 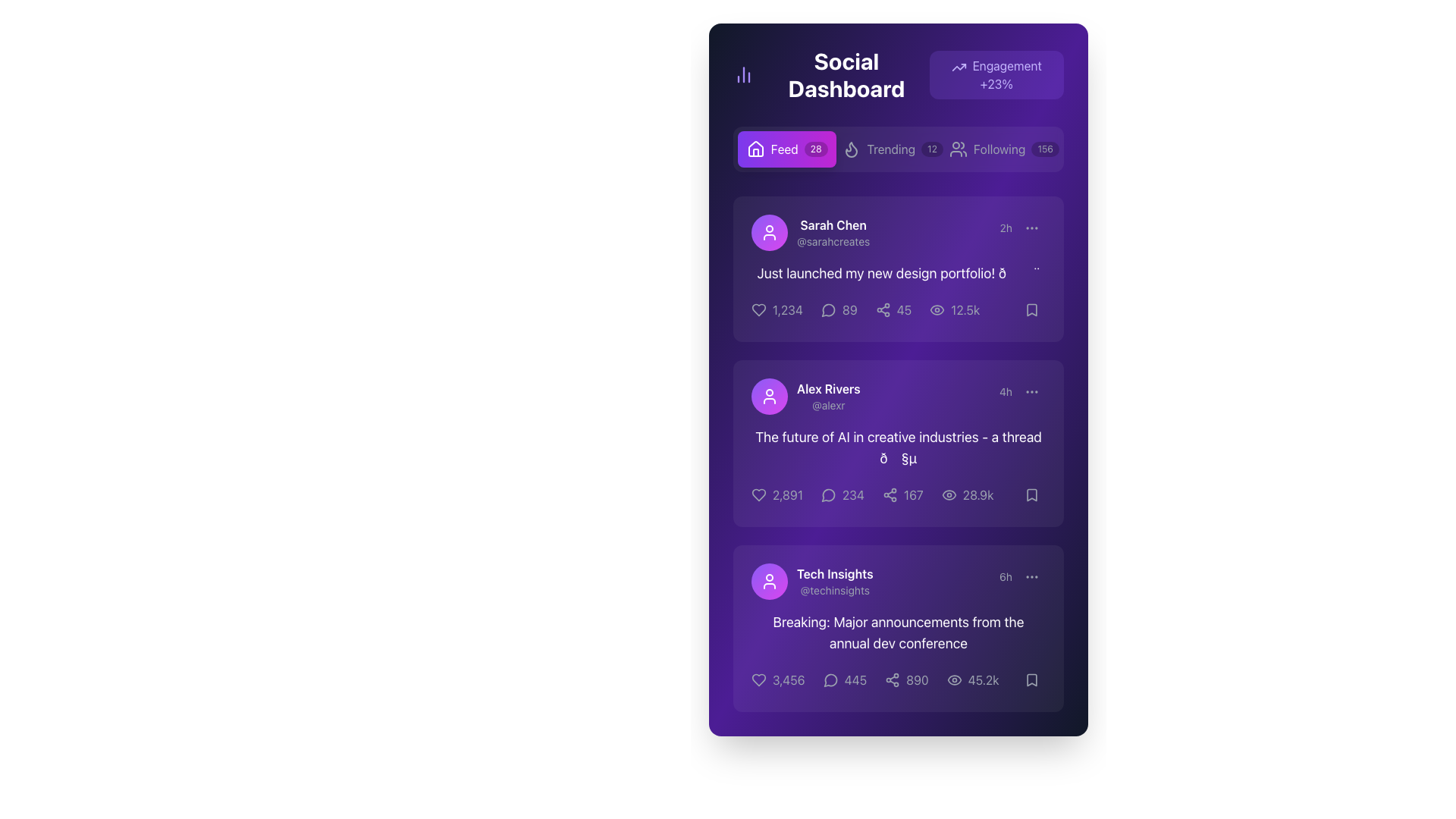 What do you see at coordinates (769, 233) in the screenshot?
I see `the circular avatar styled with a gradient color background transitioning from violet to fuchsia, which features a white user silhouette icon at its center, located within the card labeled 'Sarah Chen' and '@sarahcreates'` at bounding box center [769, 233].